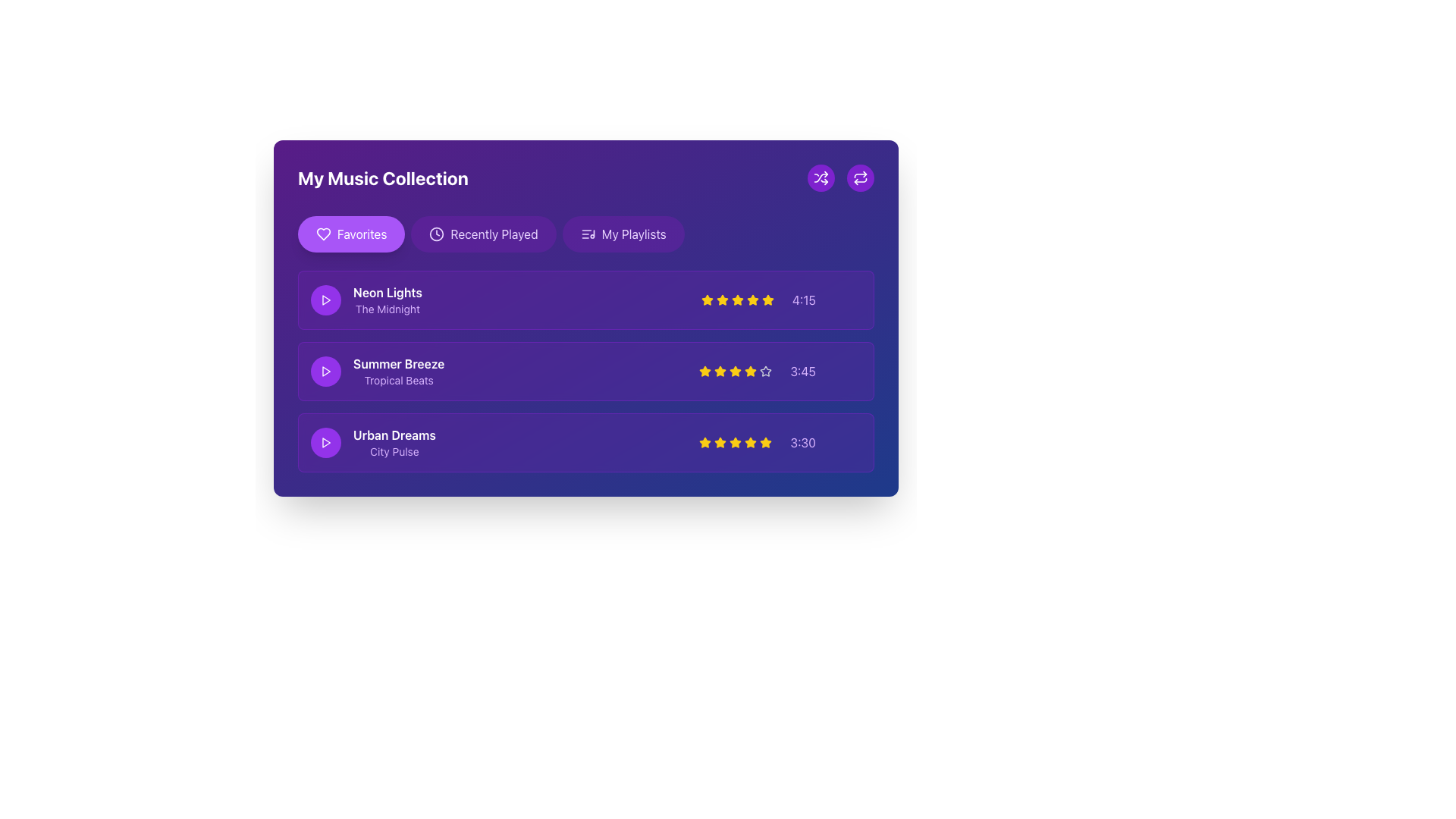 The height and width of the screenshot is (819, 1456). What do you see at coordinates (721, 300) in the screenshot?
I see `the third star-shaped icon in the five-star rating system for the 'Neon Lights' song entry` at bounding box center [721, 300].